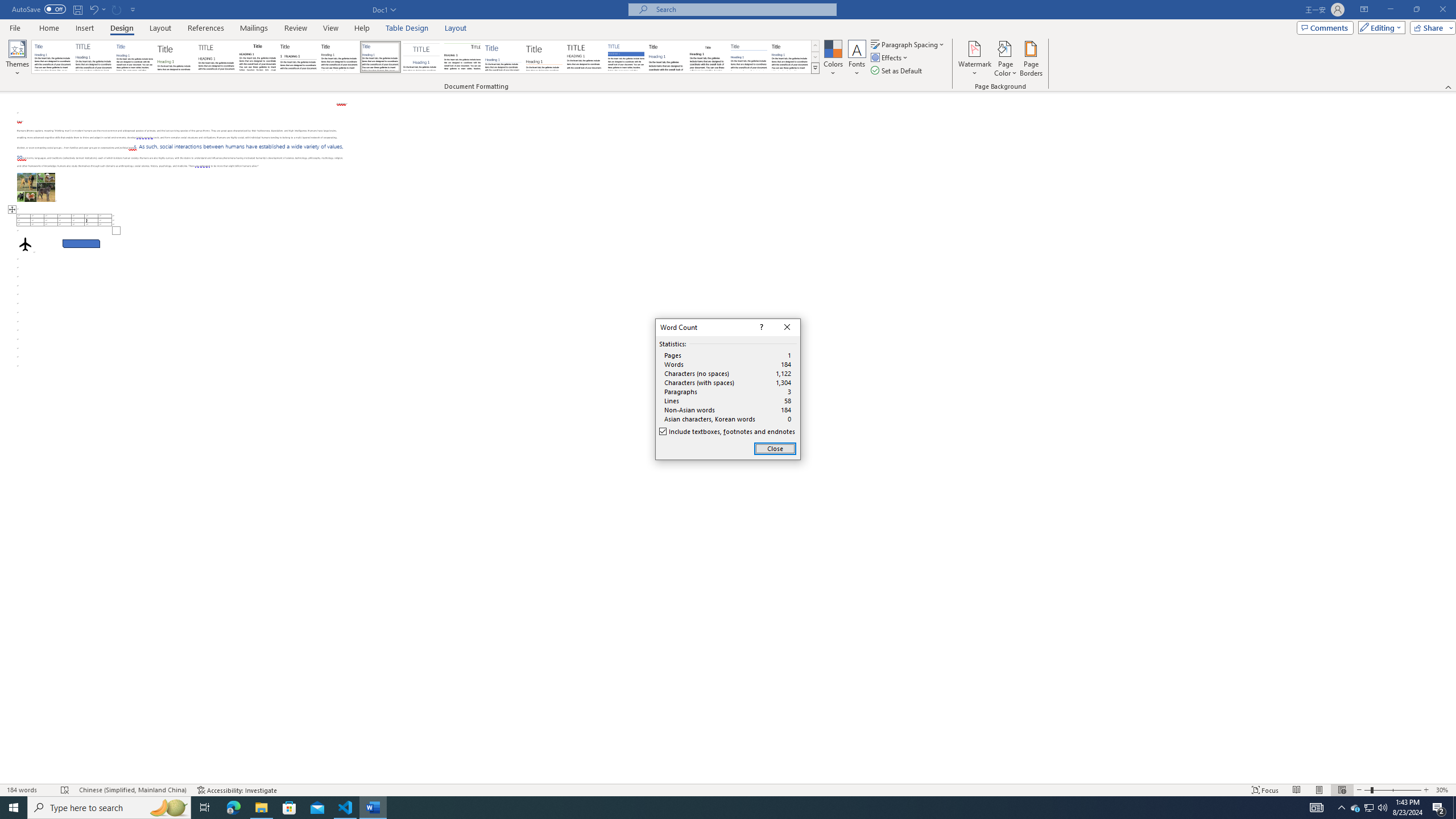 Image resolution: width=1456 pixels, height=819 pixels. Describe the element at coordinates (890, 56) in the screenshot. I see `'Effects'` at that location.